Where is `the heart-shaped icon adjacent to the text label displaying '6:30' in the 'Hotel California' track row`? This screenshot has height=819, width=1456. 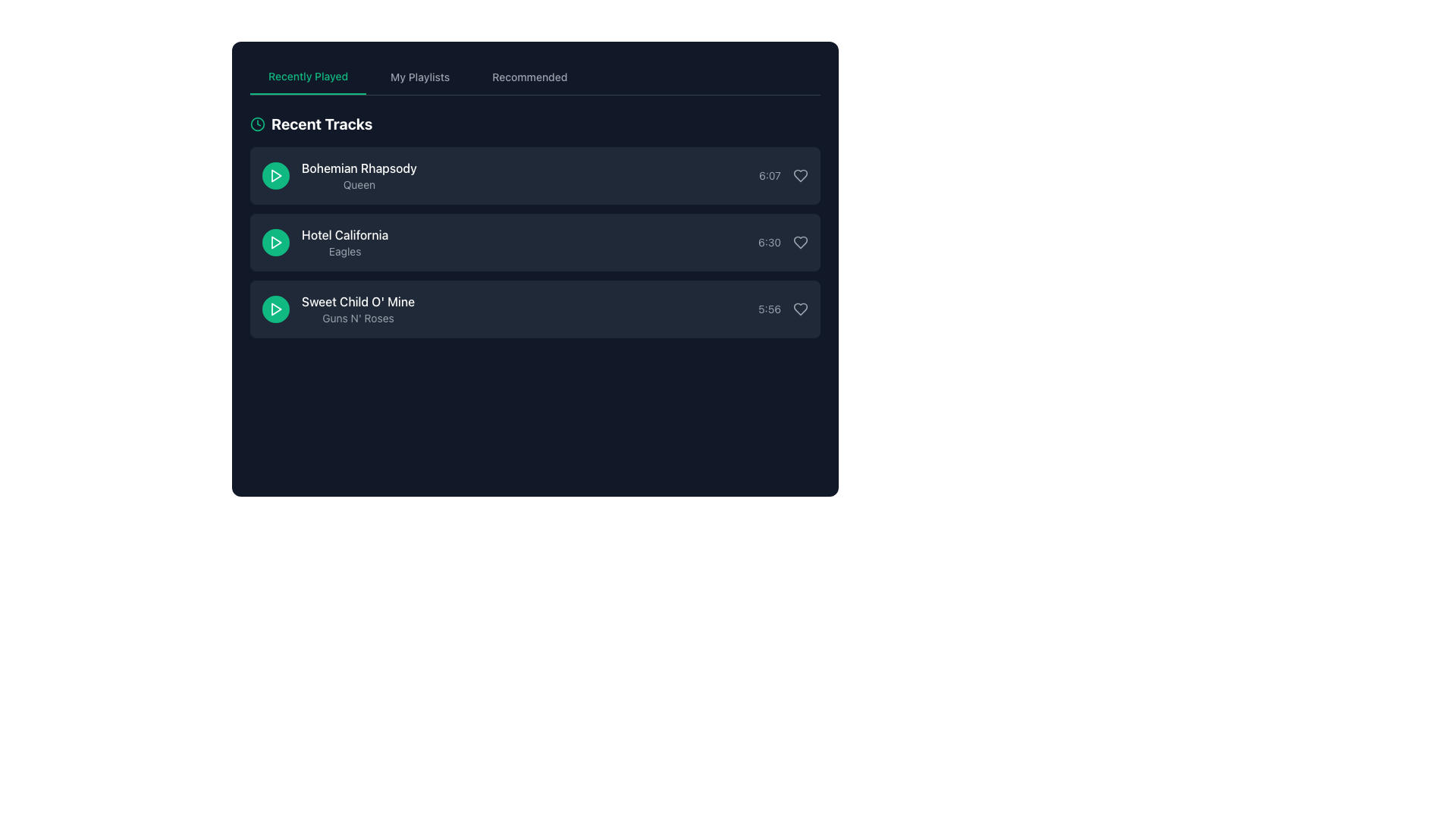 the heart-shaped icon adjacent to the text label displaying '6:30' in the 'Hotel California' track row is located at coordinates (783, 242).